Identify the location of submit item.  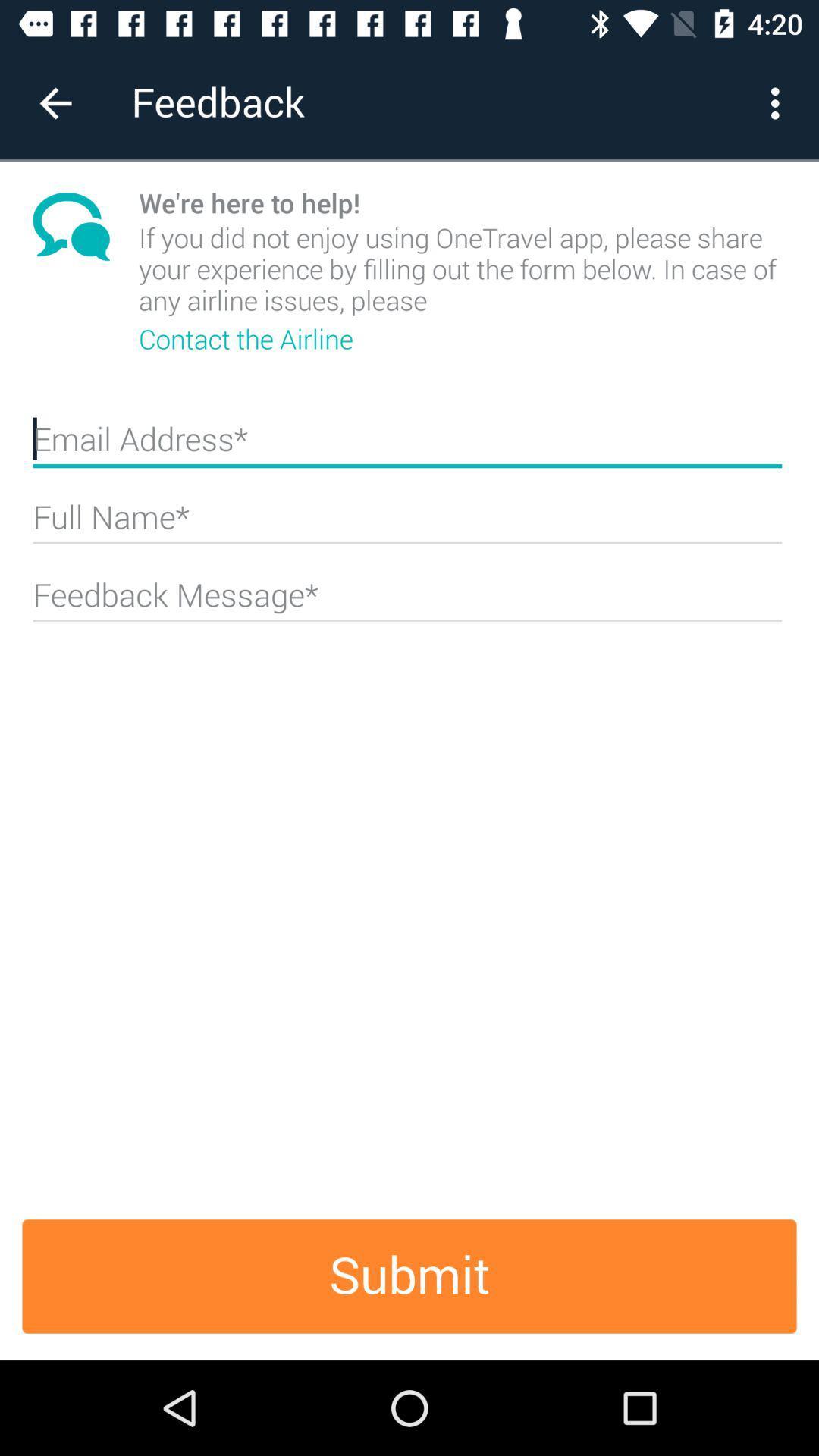
(409, 1276).